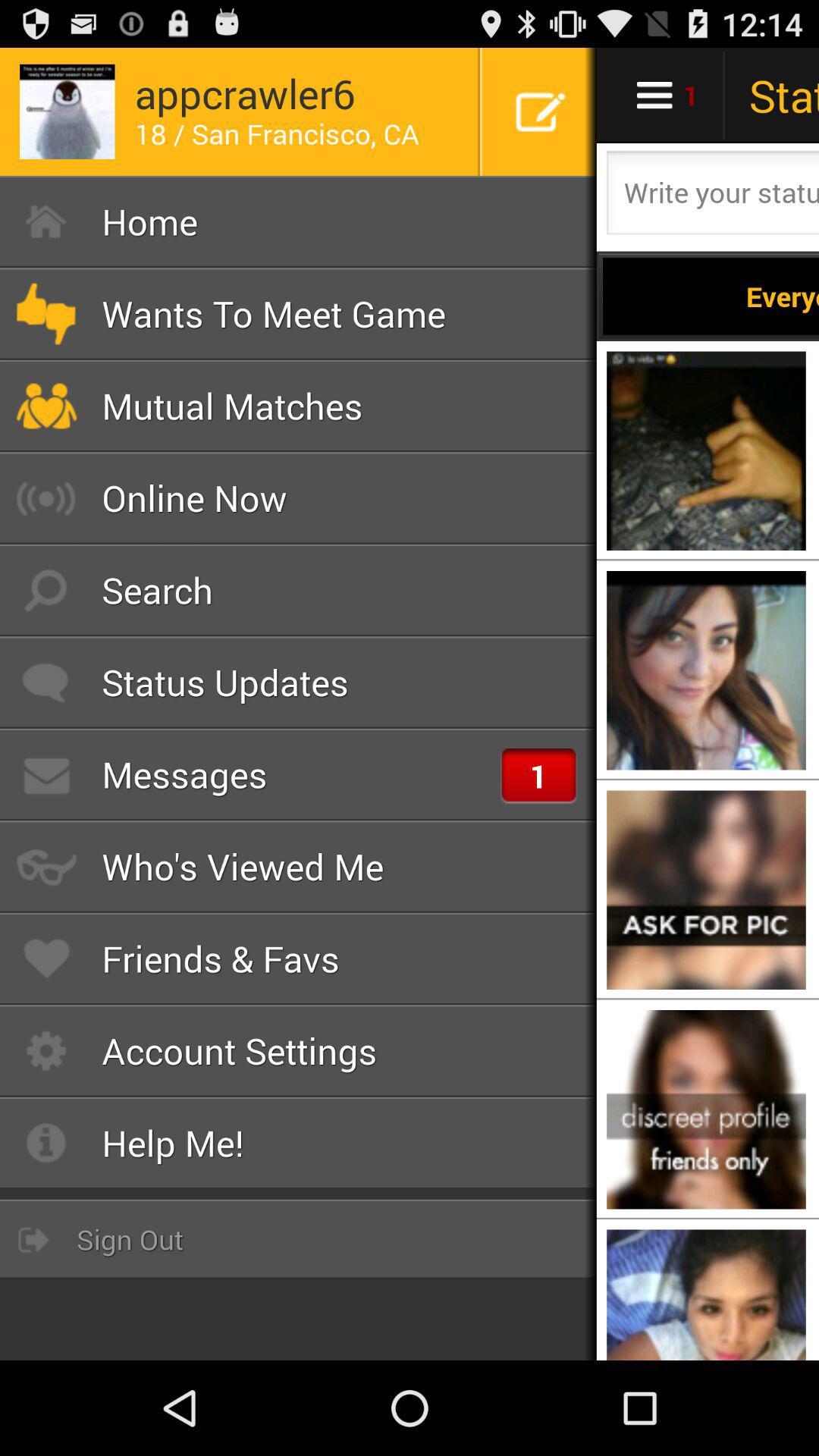 The height and width of the screenshot is (1456, 819). What do you see at coordinates (298, 589) in the screenshot?
I see `icon below online now` at bounding box center [298, 589].